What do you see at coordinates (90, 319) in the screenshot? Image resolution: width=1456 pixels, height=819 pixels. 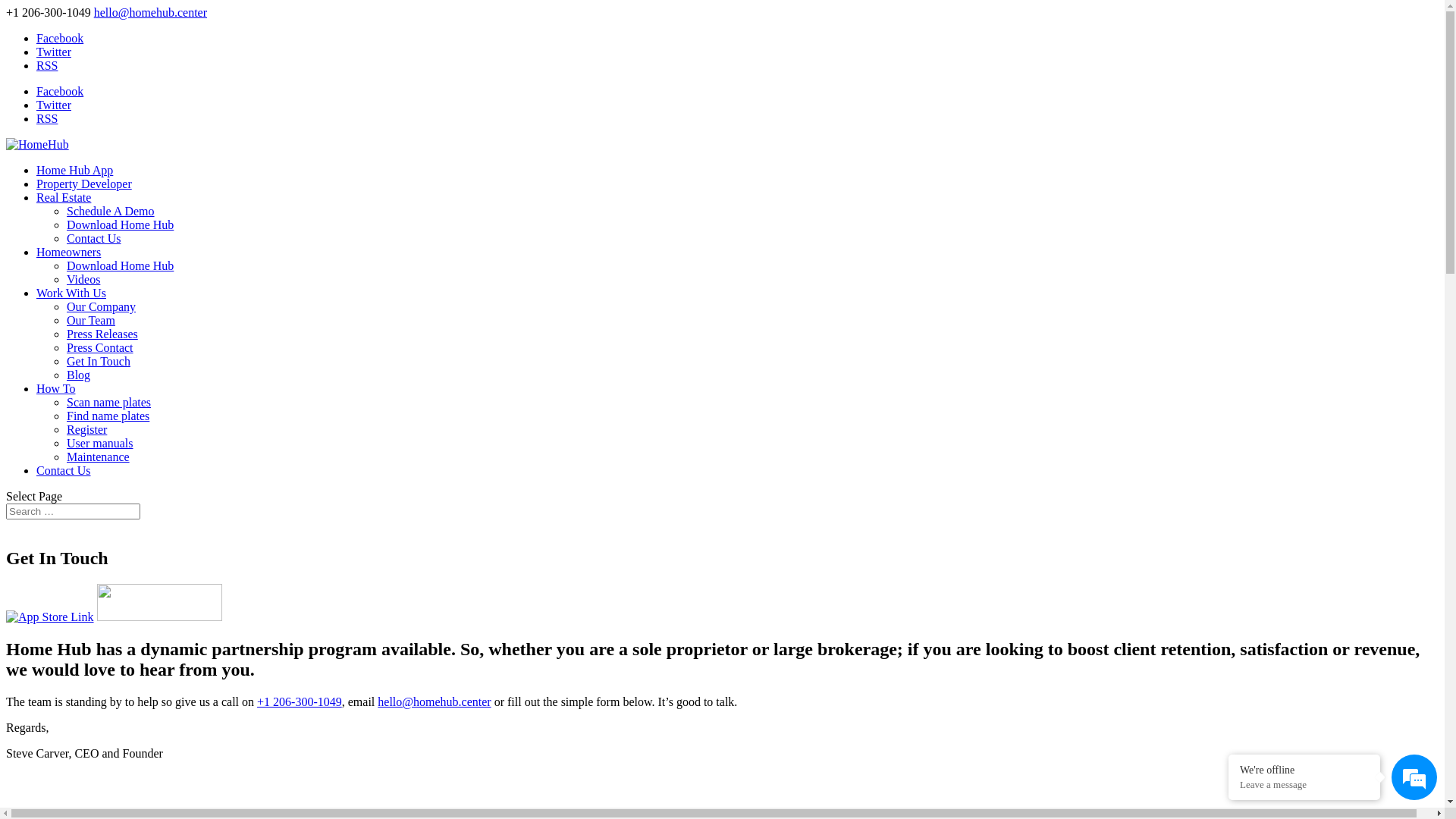 I see `'Our Team'` at bounding box center [90, 319].